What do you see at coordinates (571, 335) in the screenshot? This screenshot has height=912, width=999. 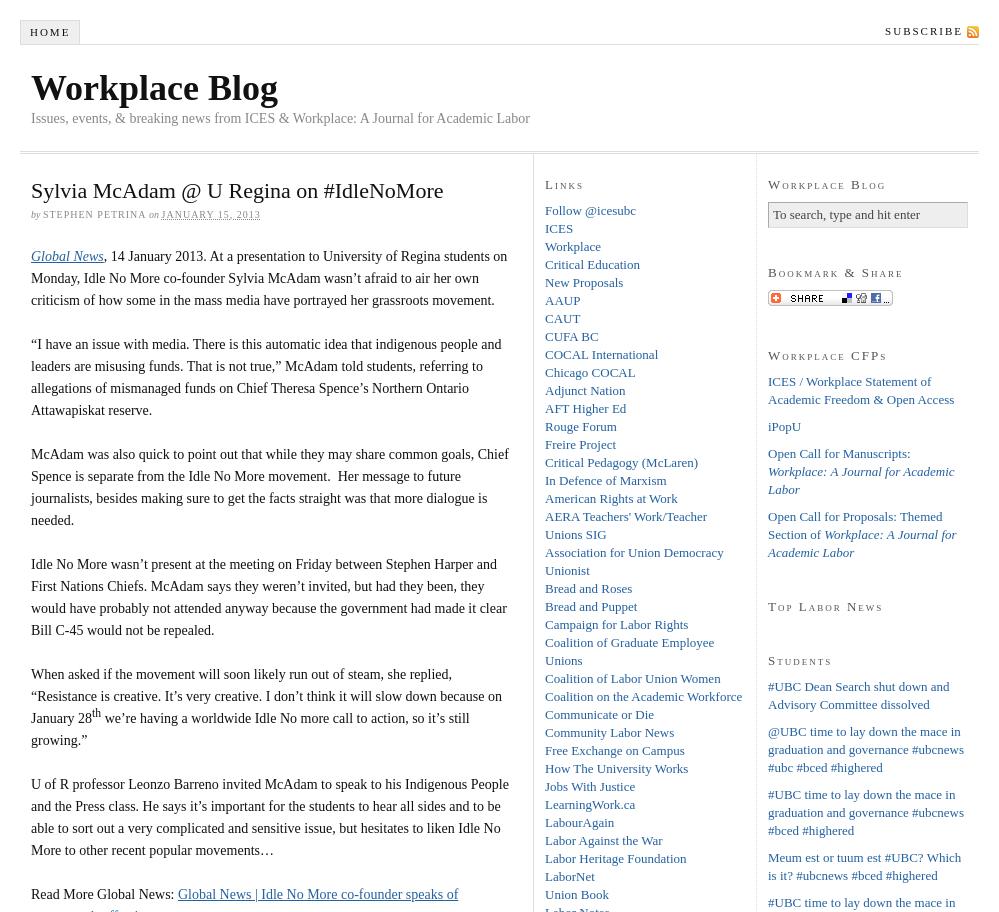 I see `'CUFA BC'` at bounding box center [571, 335].